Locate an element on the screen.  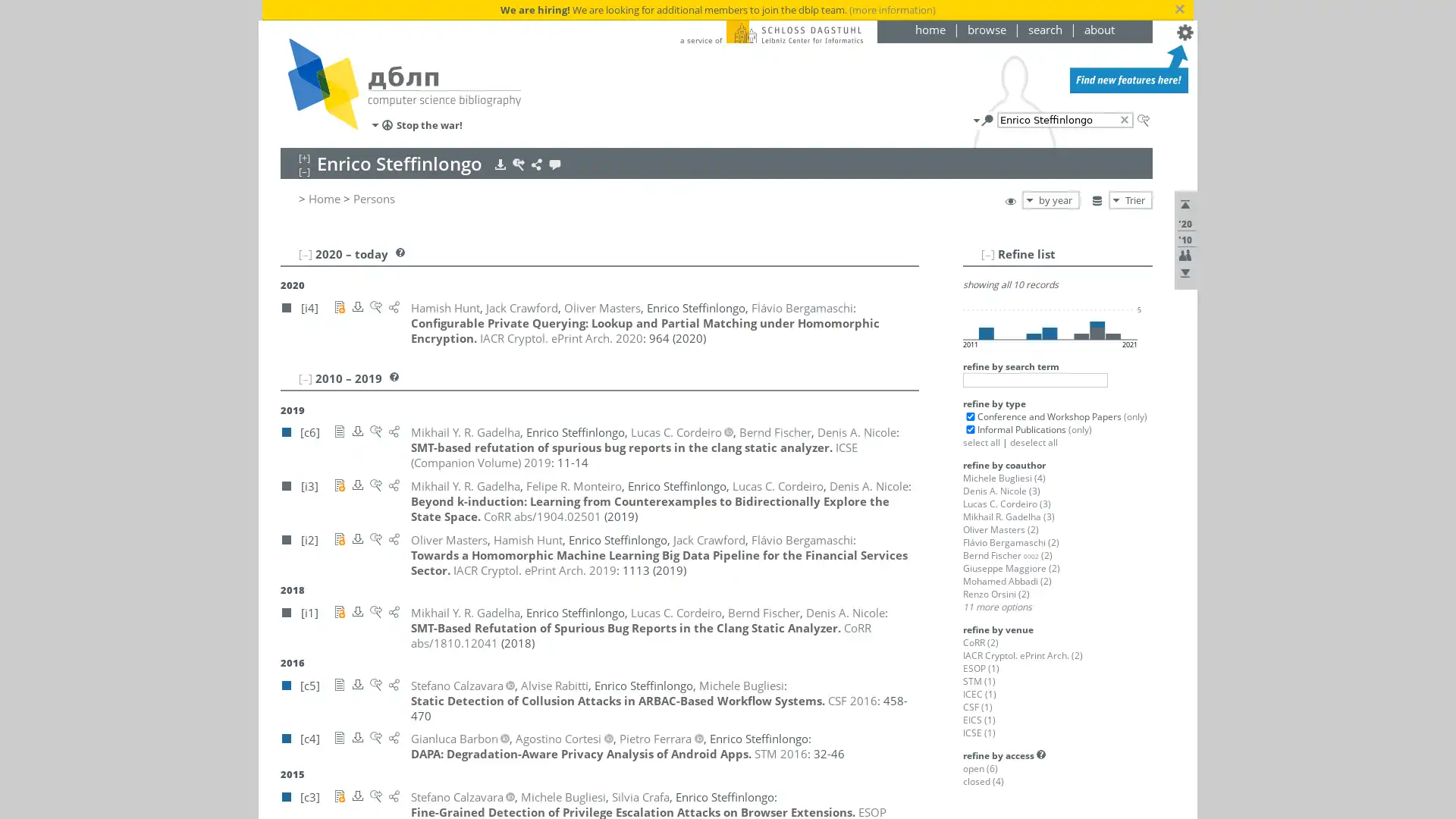
Renzo Orsini (2) is located at coordinates (996, 593).